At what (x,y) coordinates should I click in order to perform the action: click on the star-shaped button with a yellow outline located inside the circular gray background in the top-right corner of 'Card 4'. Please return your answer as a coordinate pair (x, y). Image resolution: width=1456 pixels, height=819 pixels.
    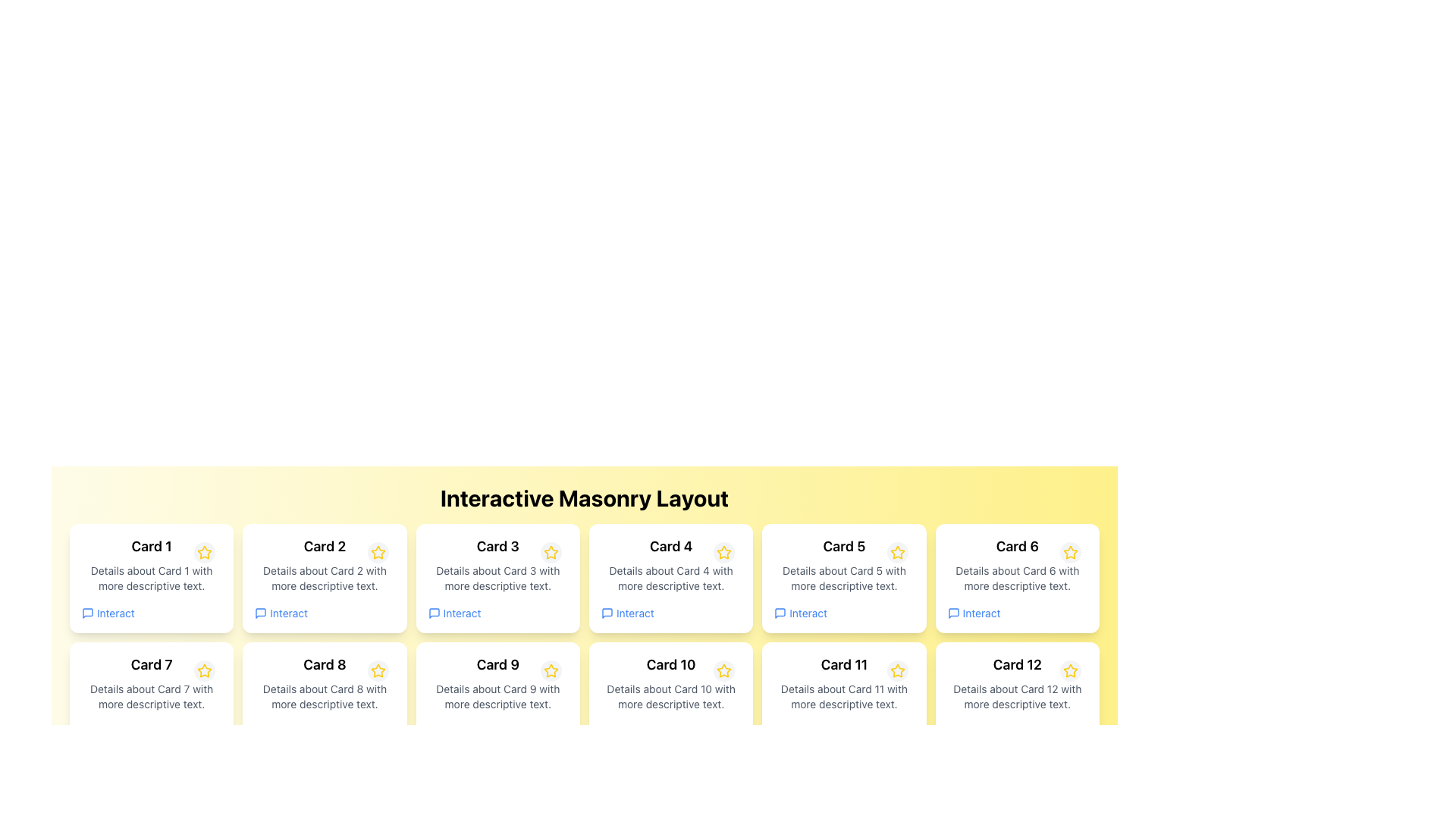
    Looking at the image, I should click on (723, 553).